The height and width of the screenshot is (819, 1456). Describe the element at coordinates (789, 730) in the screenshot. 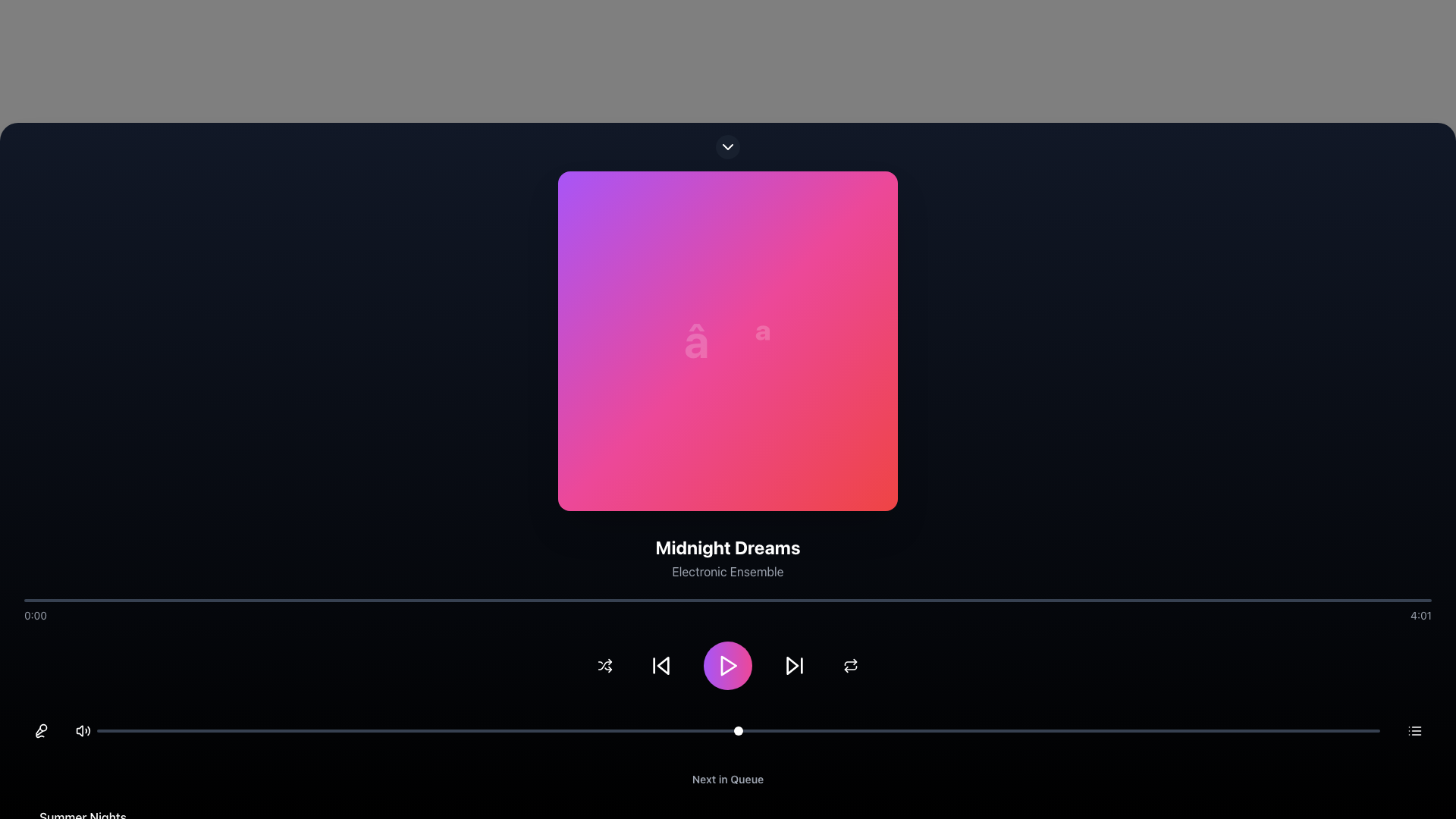

I see `the timeline position` at that location.